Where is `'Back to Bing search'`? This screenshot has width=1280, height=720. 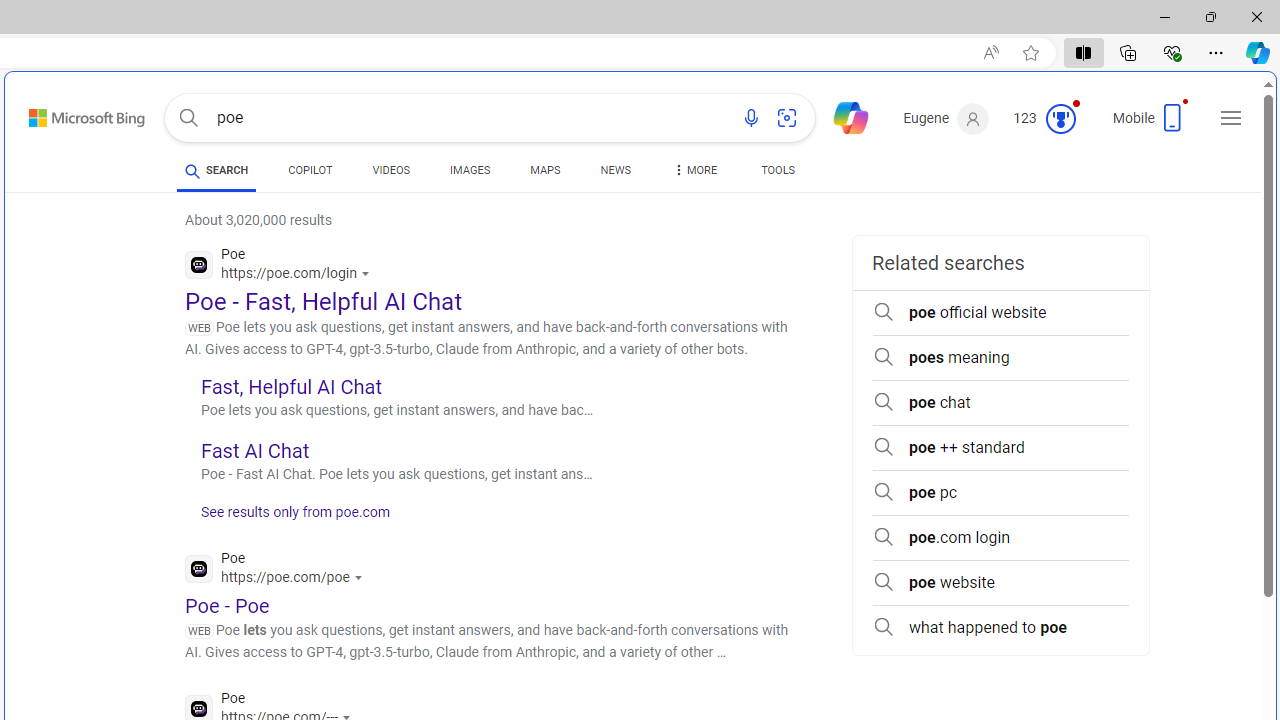 'Back to Bing search' is located at coordinates (74, 114).